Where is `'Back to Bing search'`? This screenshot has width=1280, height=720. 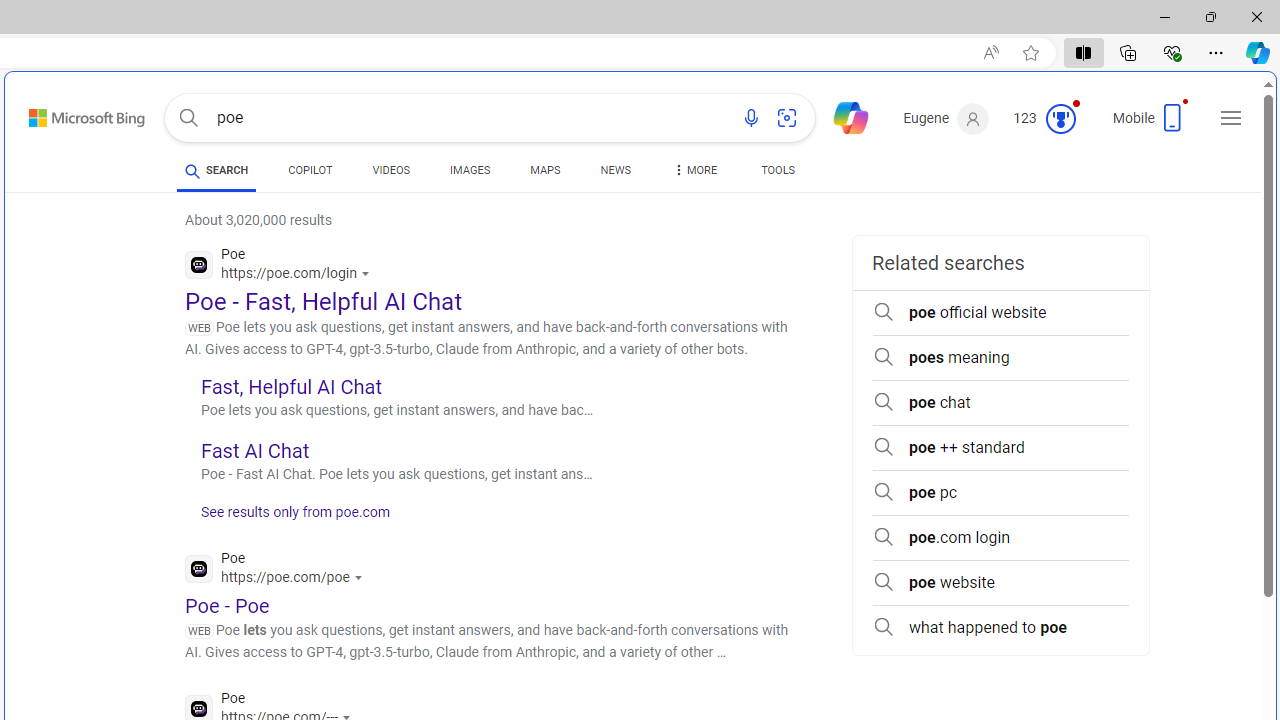 'Back to Bing search' is located at coordinates (74, 114).